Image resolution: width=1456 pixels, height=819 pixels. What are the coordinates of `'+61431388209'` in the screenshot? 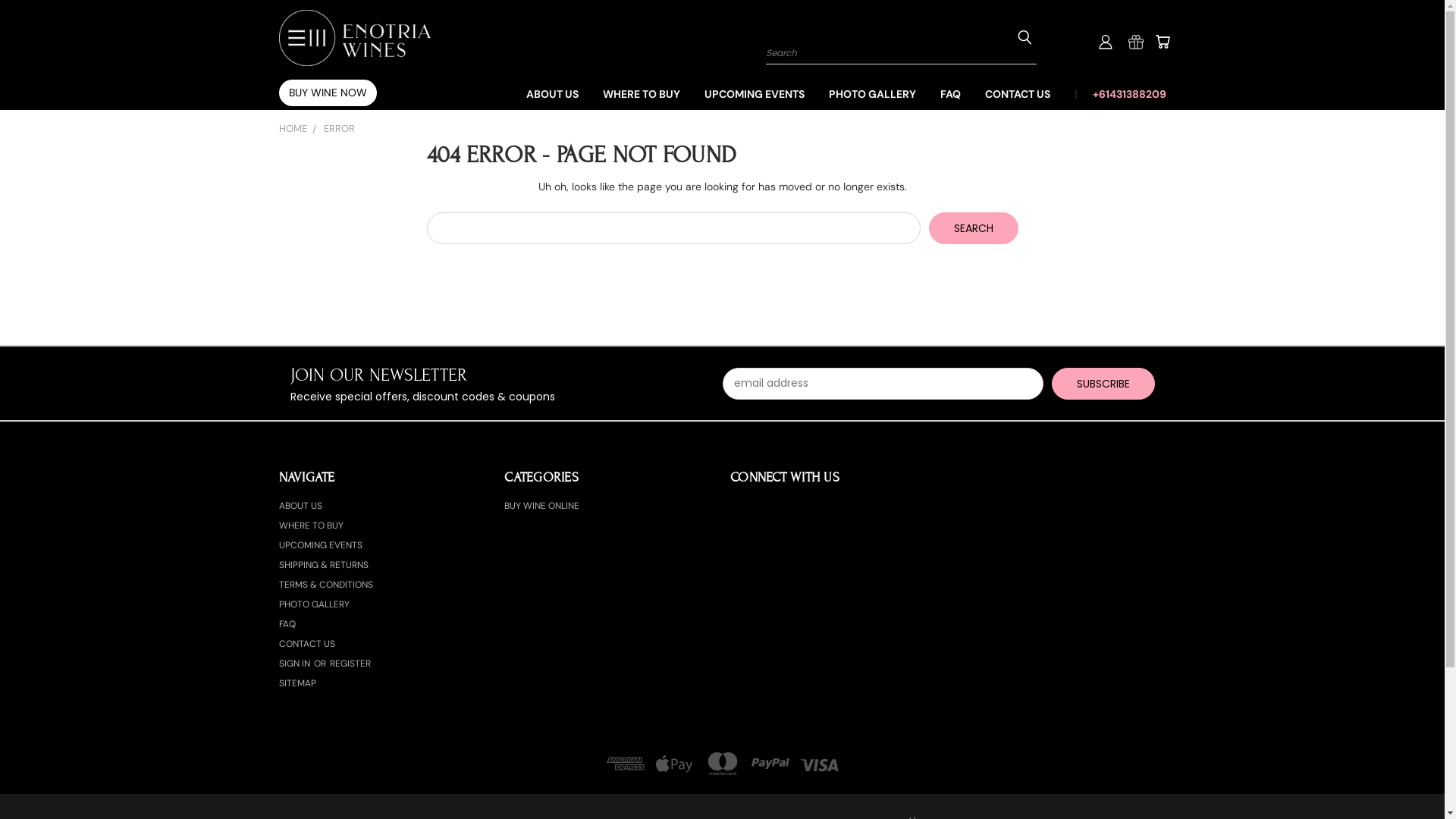 It's located at (1122, 93).